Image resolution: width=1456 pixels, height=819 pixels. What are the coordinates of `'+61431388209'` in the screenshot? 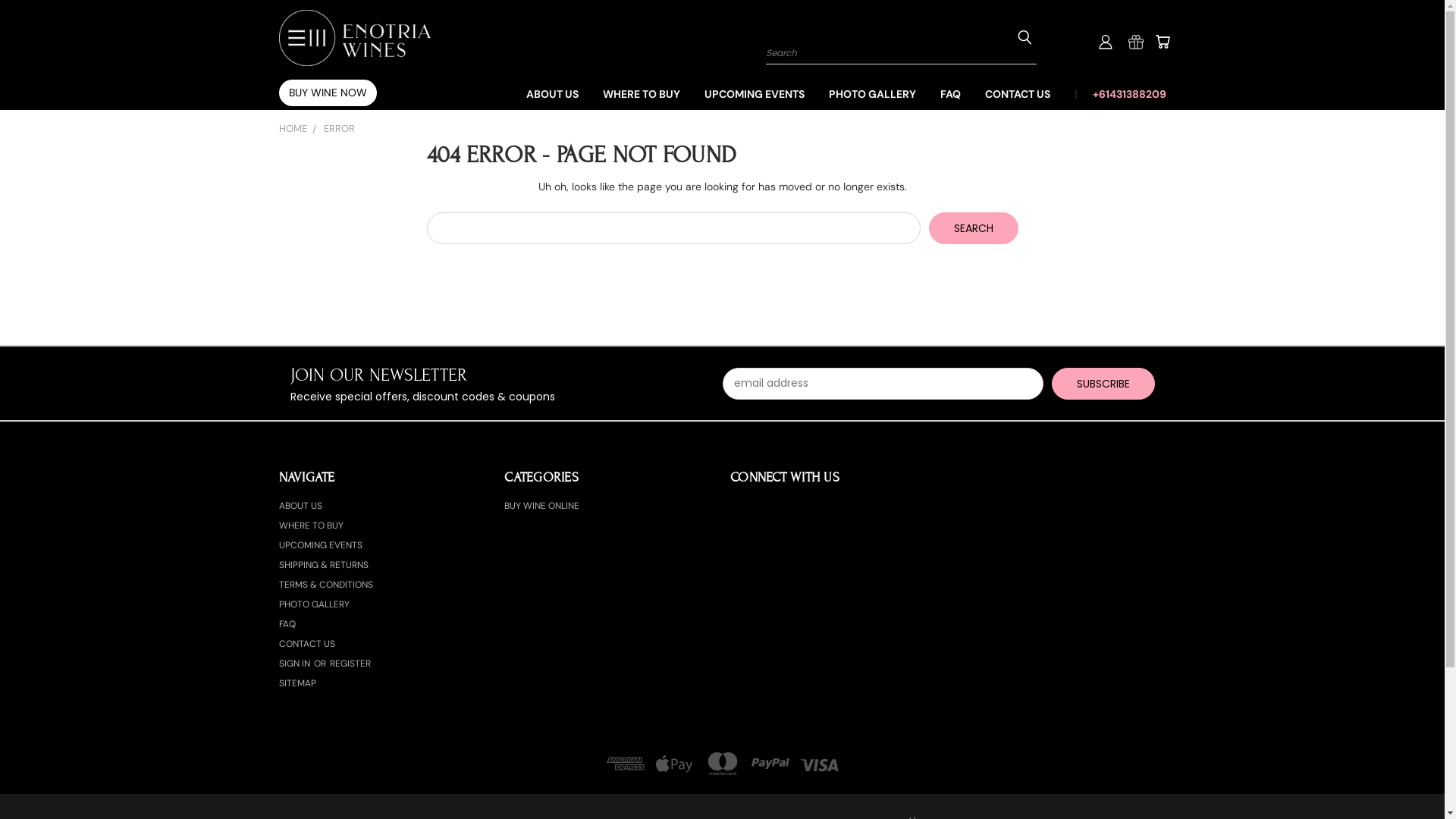 It's located at (1122, 93).